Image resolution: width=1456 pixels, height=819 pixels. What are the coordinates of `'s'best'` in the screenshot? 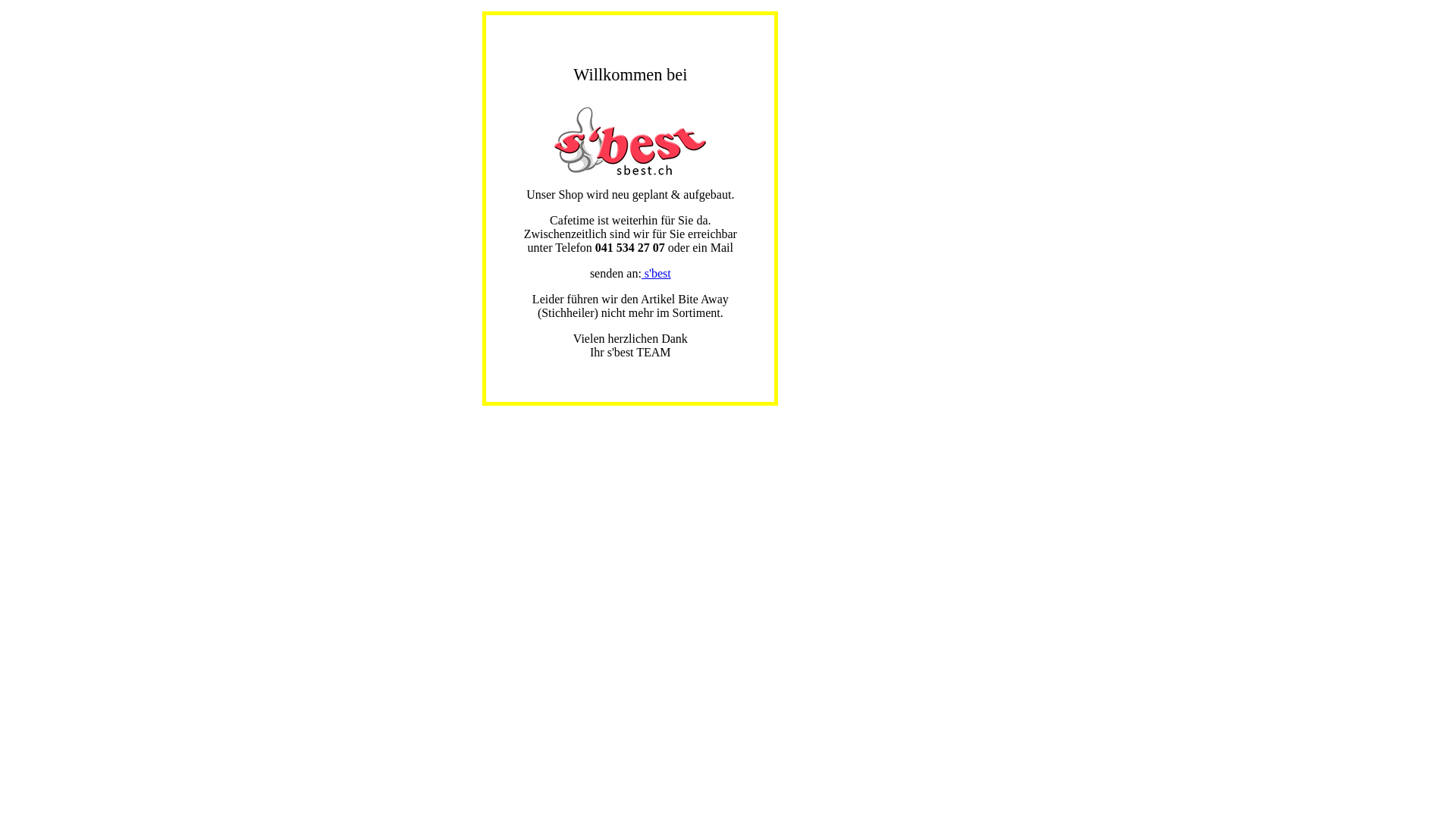 It's located at (656, 273).